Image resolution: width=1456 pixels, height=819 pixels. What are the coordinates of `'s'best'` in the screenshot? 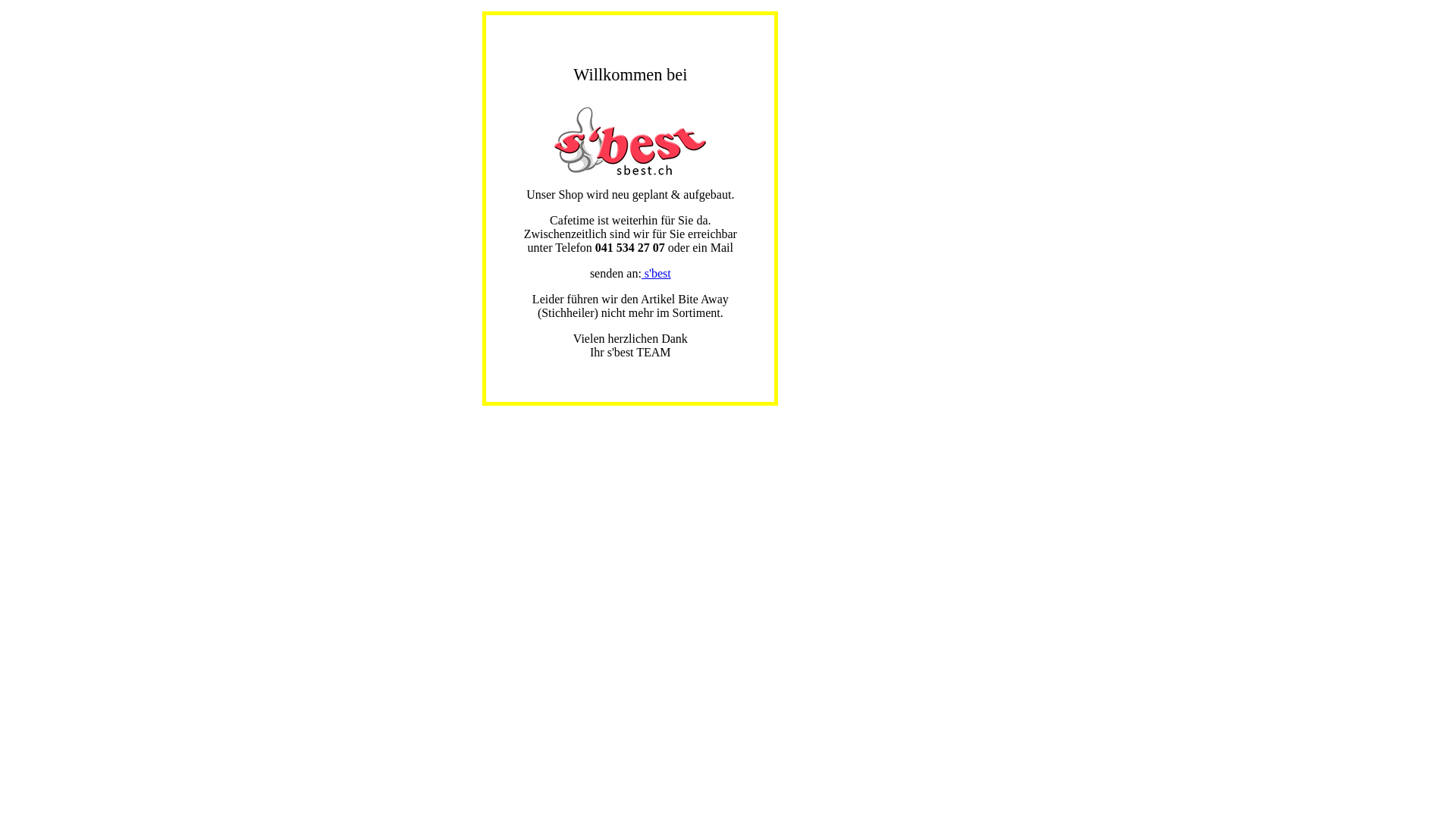 It's located at (656, 273).